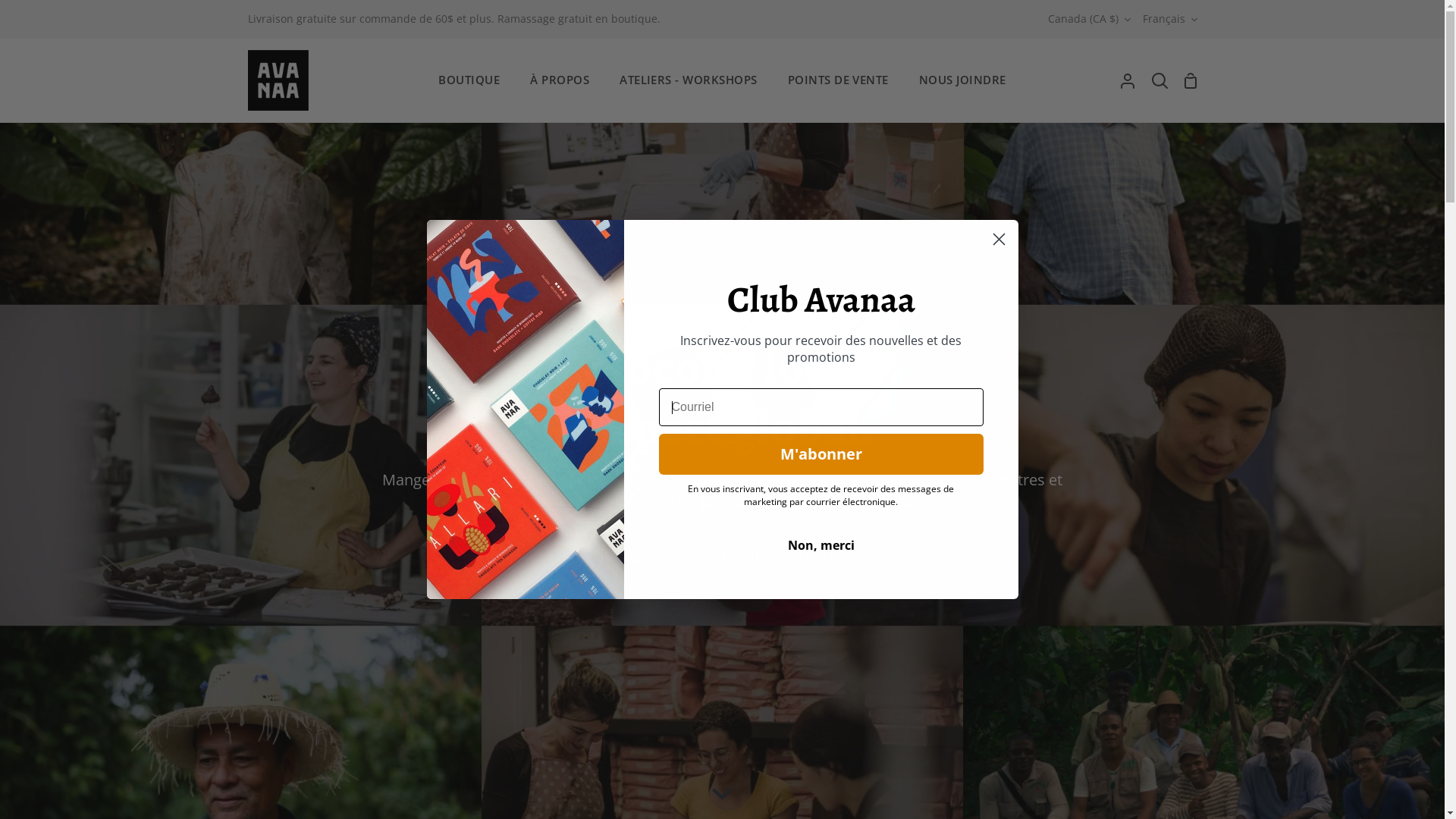 Image resolution: width=1456 pixels, height=819 pixels. What do you see at coordinates (687, 80) in the screenshot?
I see `'ATELIERS - WORKSHOPS'` at bounding box center [687, 80].